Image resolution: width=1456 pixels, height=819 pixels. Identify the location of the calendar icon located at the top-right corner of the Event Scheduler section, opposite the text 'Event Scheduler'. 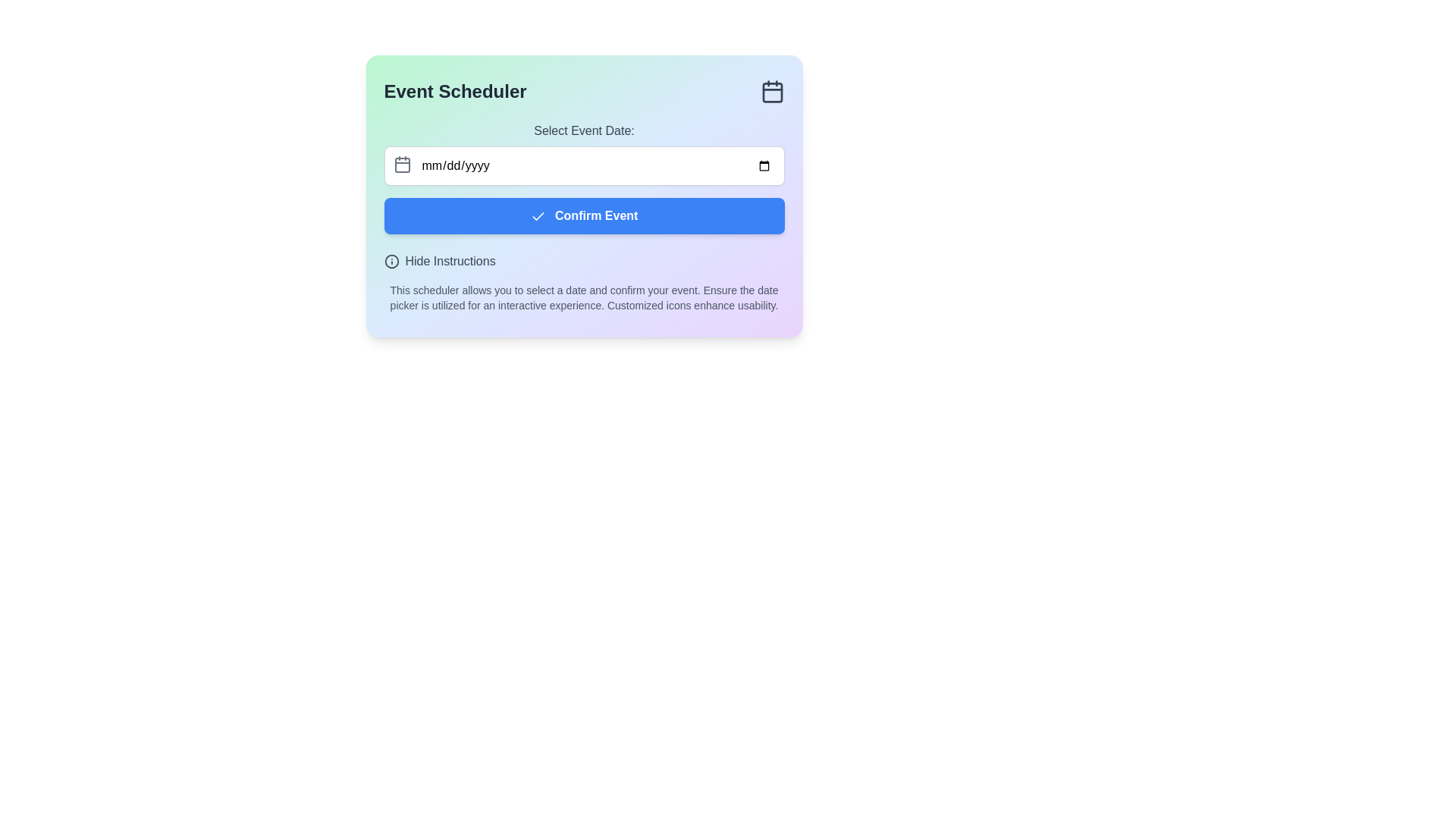
(772, 91).